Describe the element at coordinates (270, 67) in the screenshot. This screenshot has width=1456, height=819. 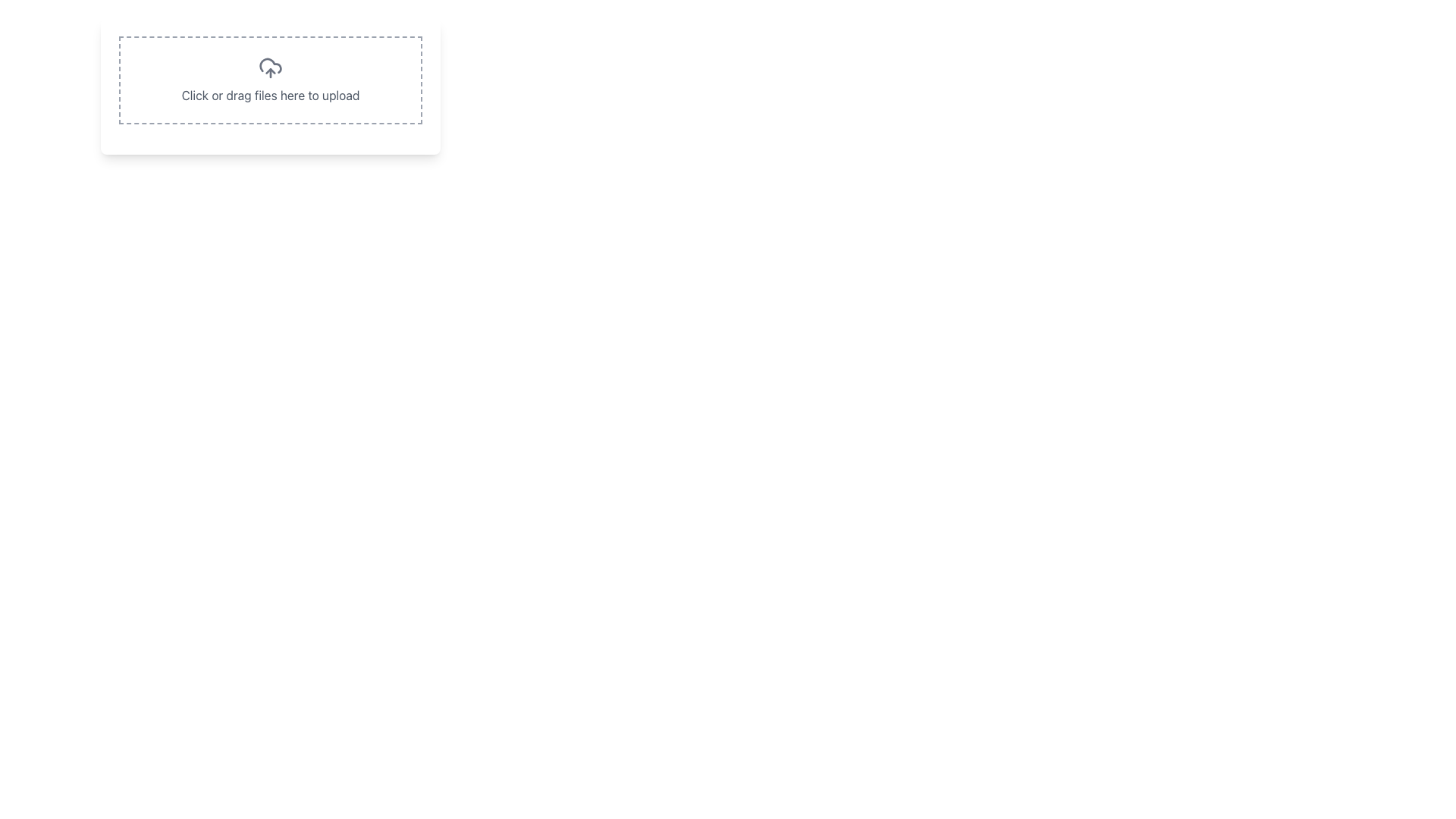
I see `the upload icon, which symbolizes the file upload functionality, located above the text 'Click or drag files here to upload'` at that location.